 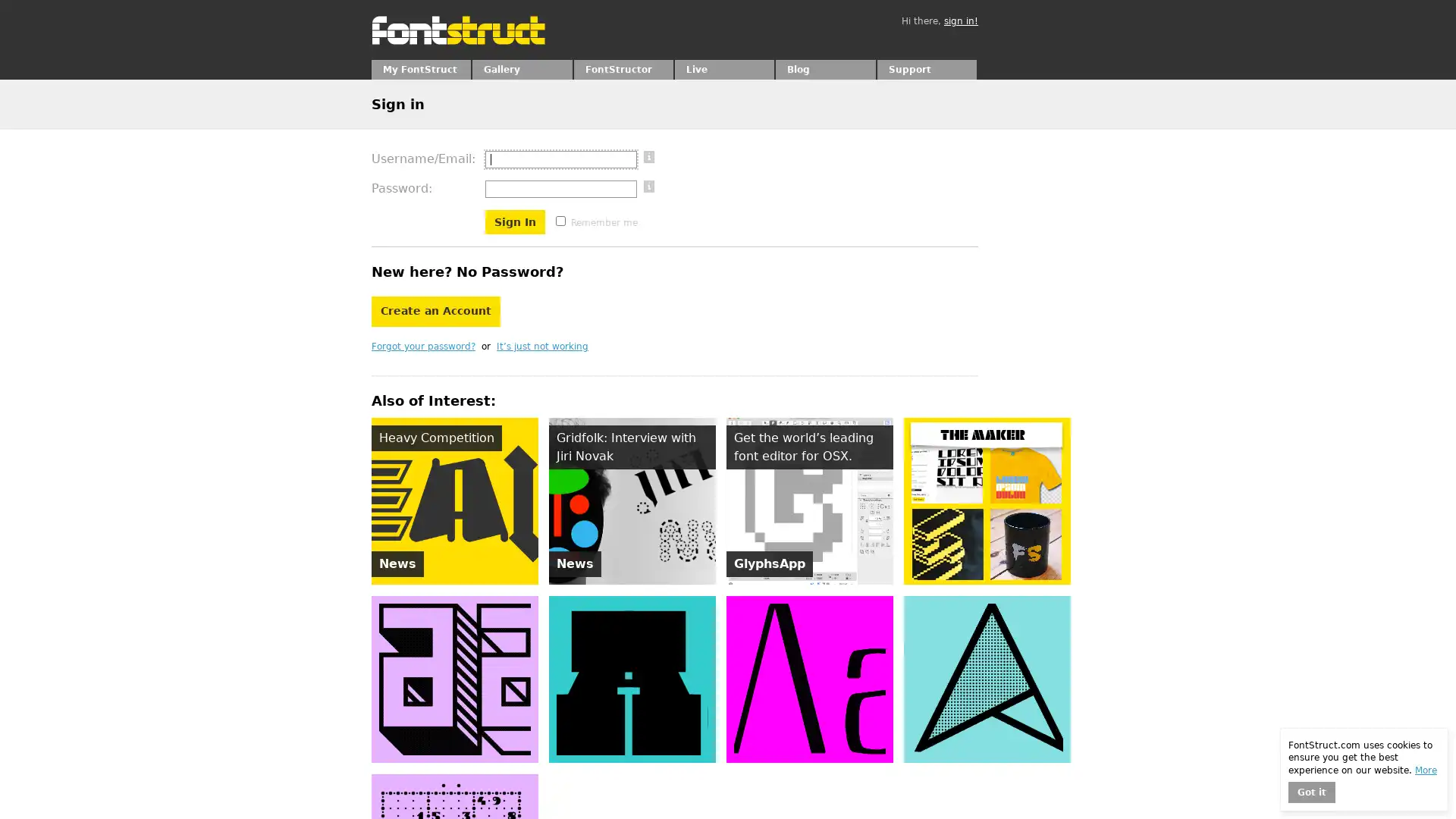 What do you see at coordinates (515, 221) in the screenshot?
I see `Sign In` at bounding box center [515, 221].